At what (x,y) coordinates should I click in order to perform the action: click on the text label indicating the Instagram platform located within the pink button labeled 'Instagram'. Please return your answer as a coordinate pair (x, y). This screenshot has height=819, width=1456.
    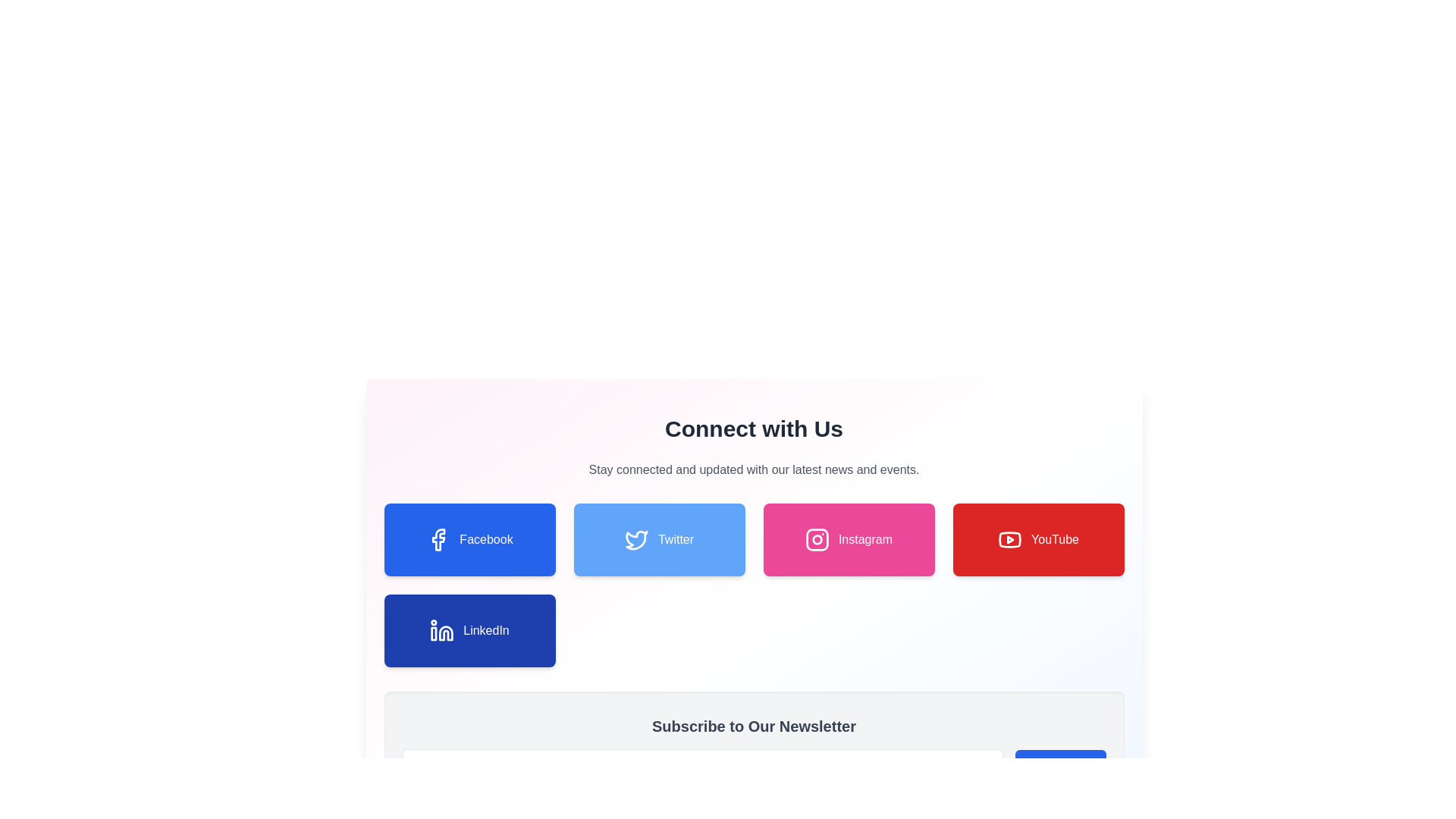
    Looking at the image, I should click on (865, 539).